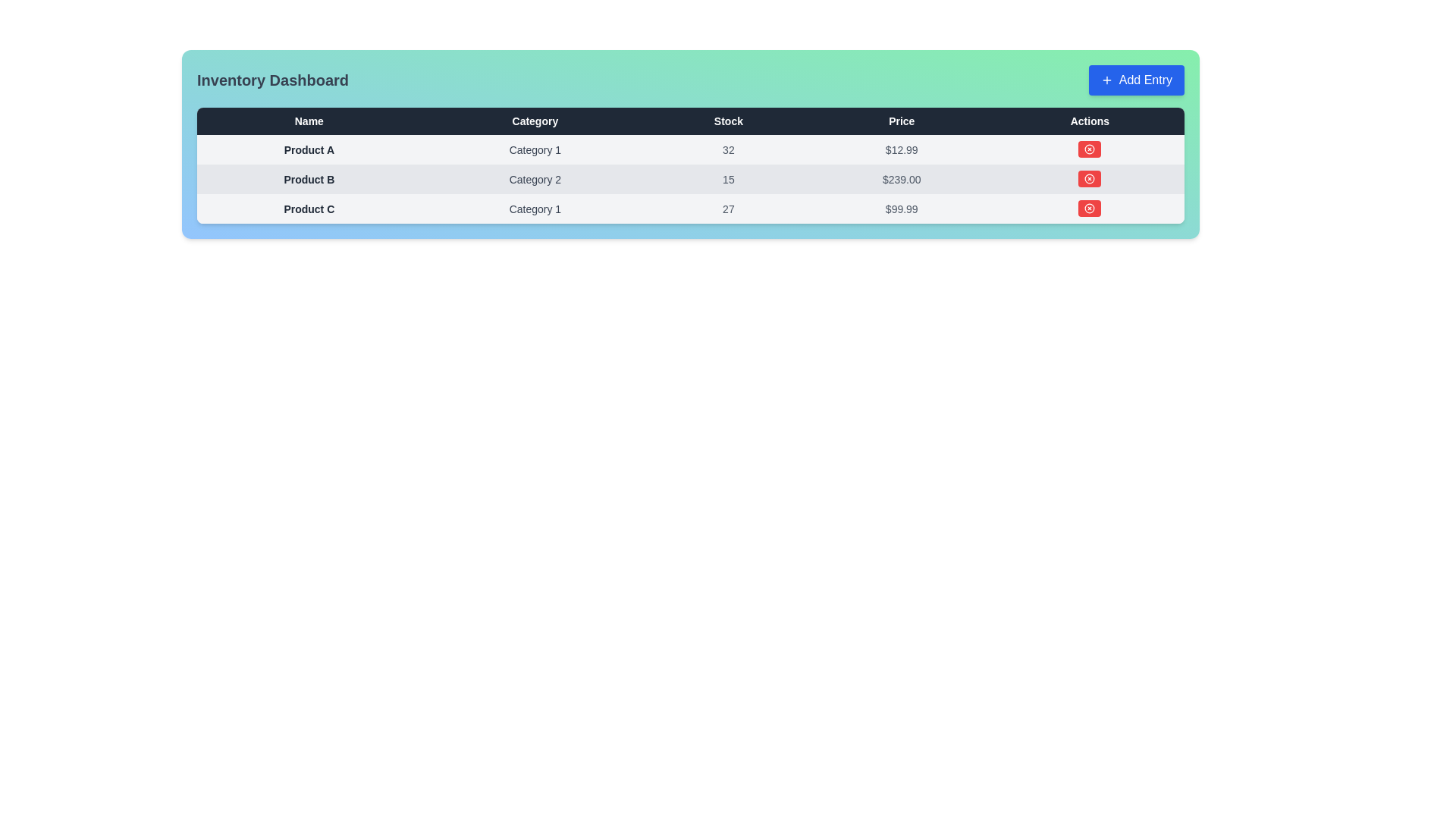  I want to click on the bold, dark gray text label reading 'Product A' located in the first column of the second row of the 'Inventory Dashboard', so click(308, 149).